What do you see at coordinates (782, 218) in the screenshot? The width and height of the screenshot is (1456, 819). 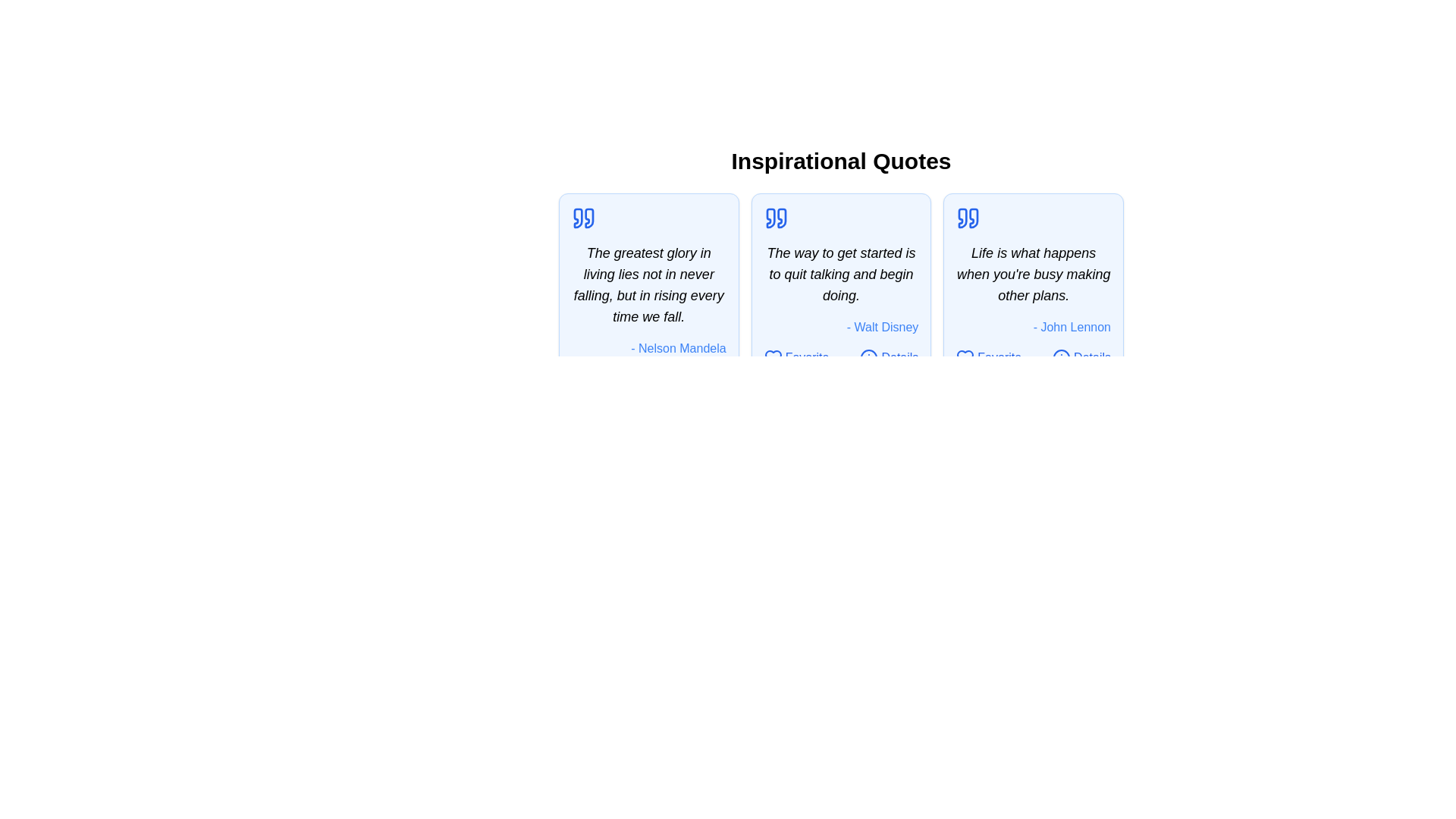 I see `the second quotation mark icon in the center card of the three-card layout, which is styled in blue and features a minimalistic design` at bounding box center [782, 218].